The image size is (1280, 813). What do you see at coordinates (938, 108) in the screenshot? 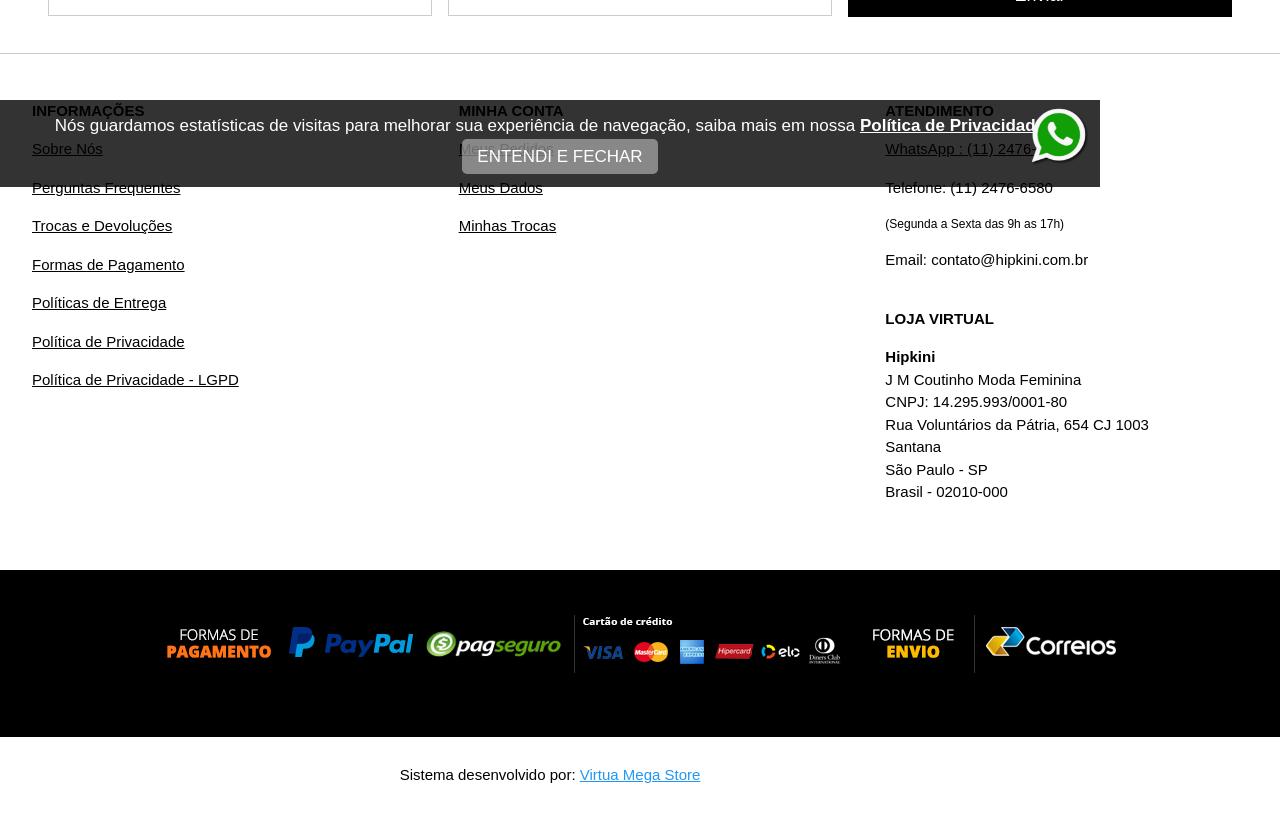
I see `'ATENDIMENTO'` at bounding box center [938, 108].